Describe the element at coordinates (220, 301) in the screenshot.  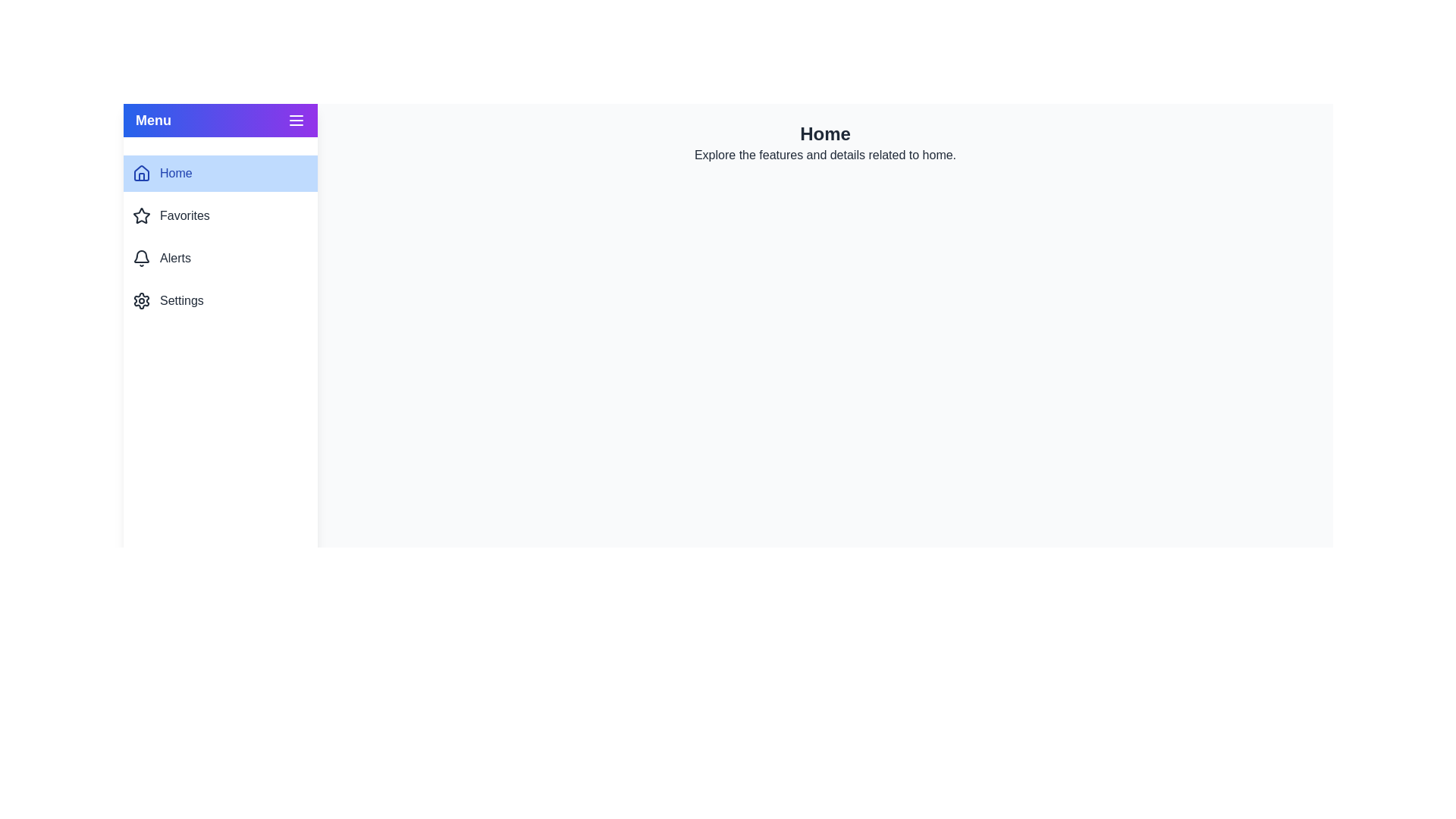
I see `the 'Settings' button in the sidebar navigation` at that location.